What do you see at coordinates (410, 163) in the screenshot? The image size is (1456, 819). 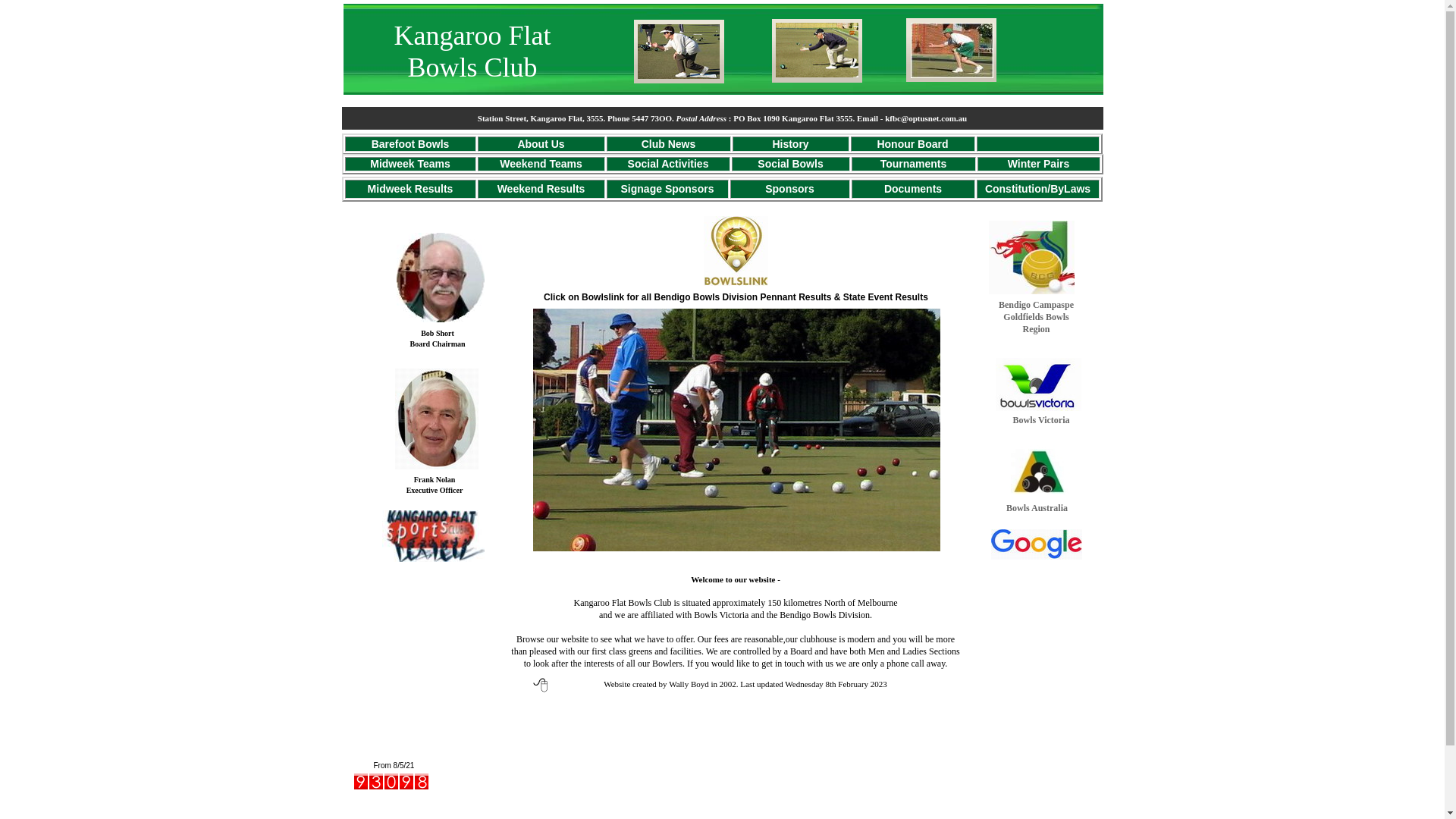 I see `'Midweek Teams'` at bounding box center [410, 163].